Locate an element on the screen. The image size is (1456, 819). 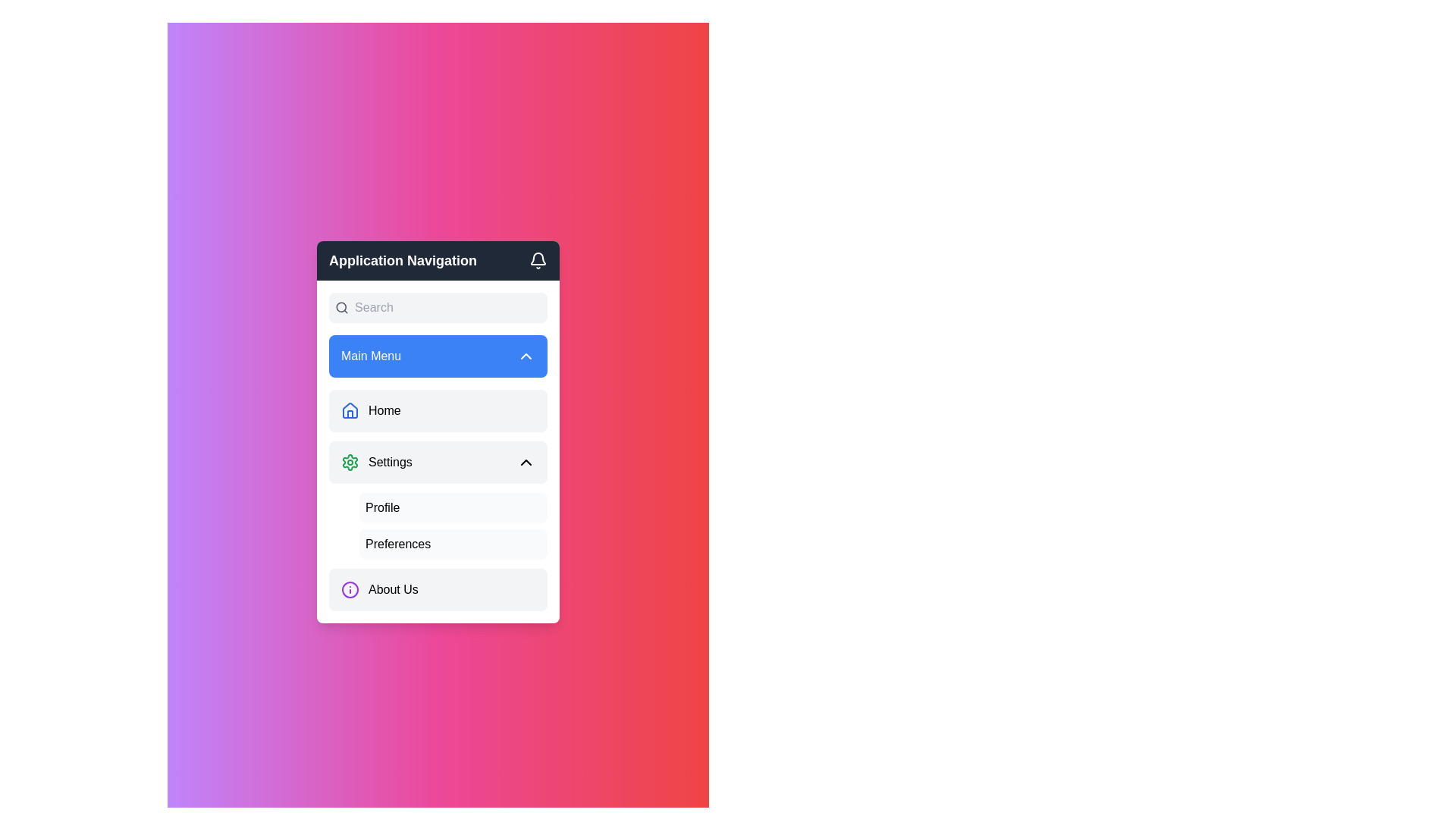
the bell icon located in the top right corner of the header bar titled 'Application Navigation' is located at coordinates (538, 259).